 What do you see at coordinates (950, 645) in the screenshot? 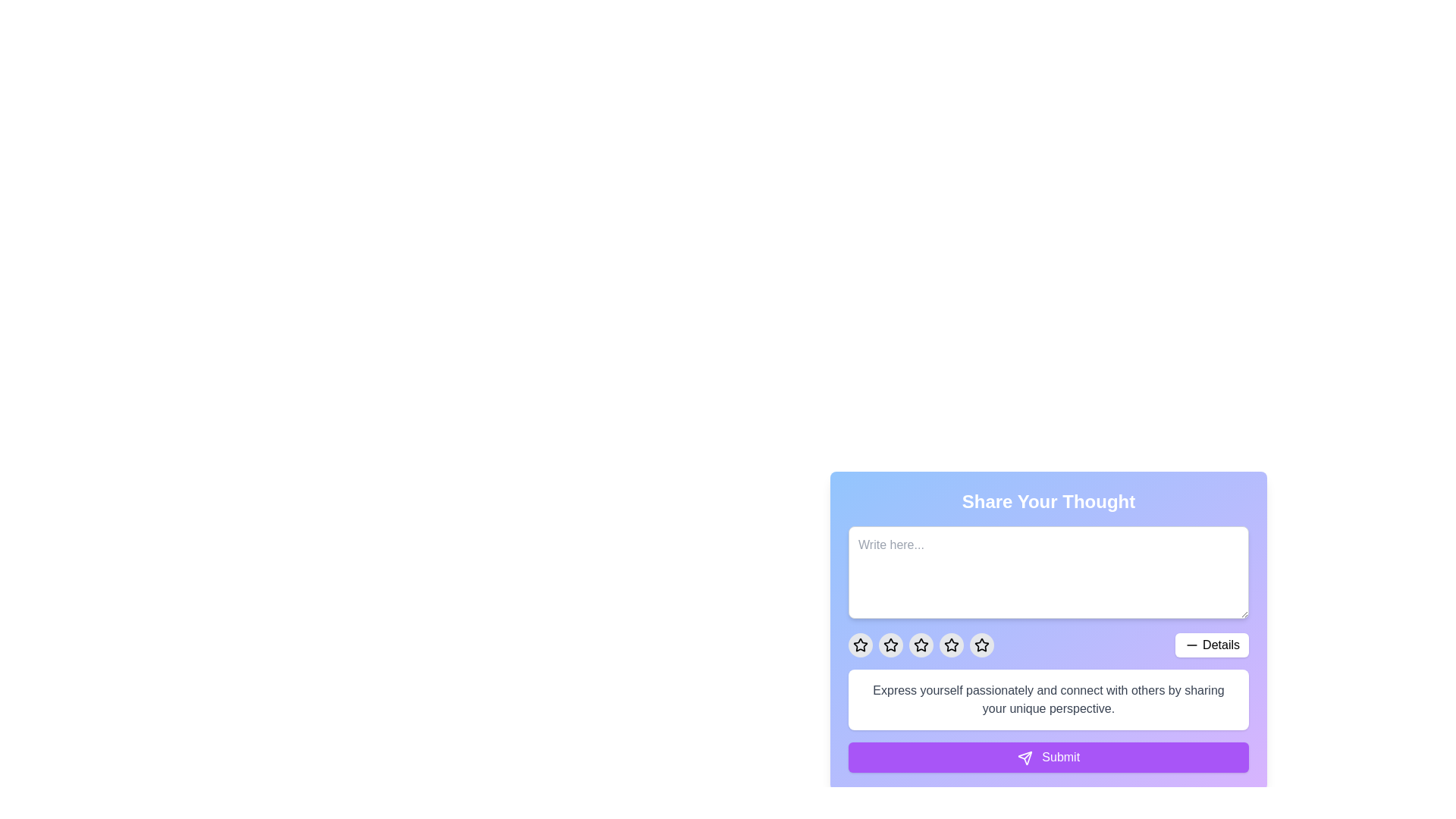
I see `the third star icon` at bounding box center [950, 645].